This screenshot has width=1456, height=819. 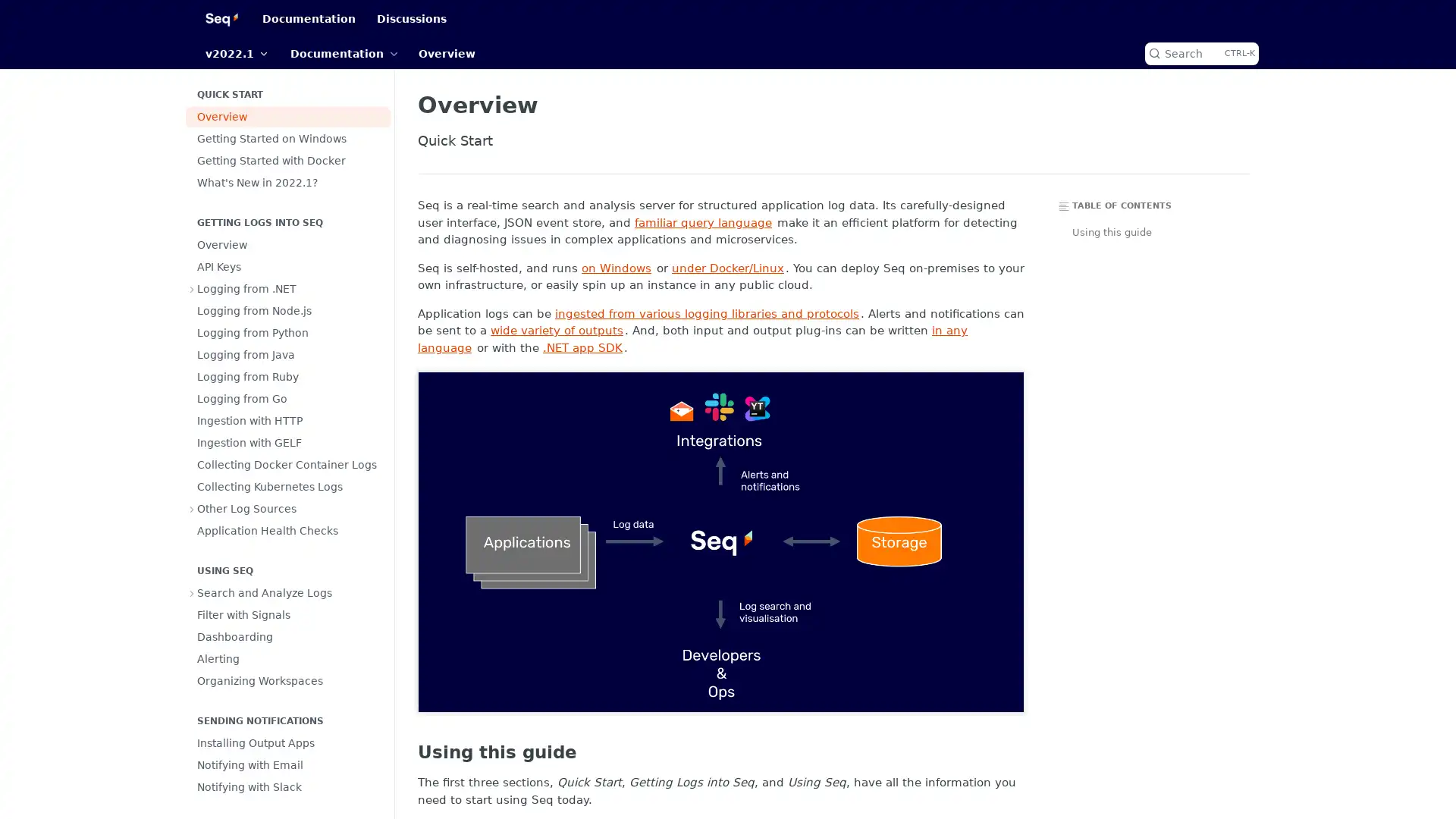 What do you see at coordinates (192, 592) in the screenshot?
I see `Show subpages for Search and Analyze Logs` at bounding box center [192, 592].